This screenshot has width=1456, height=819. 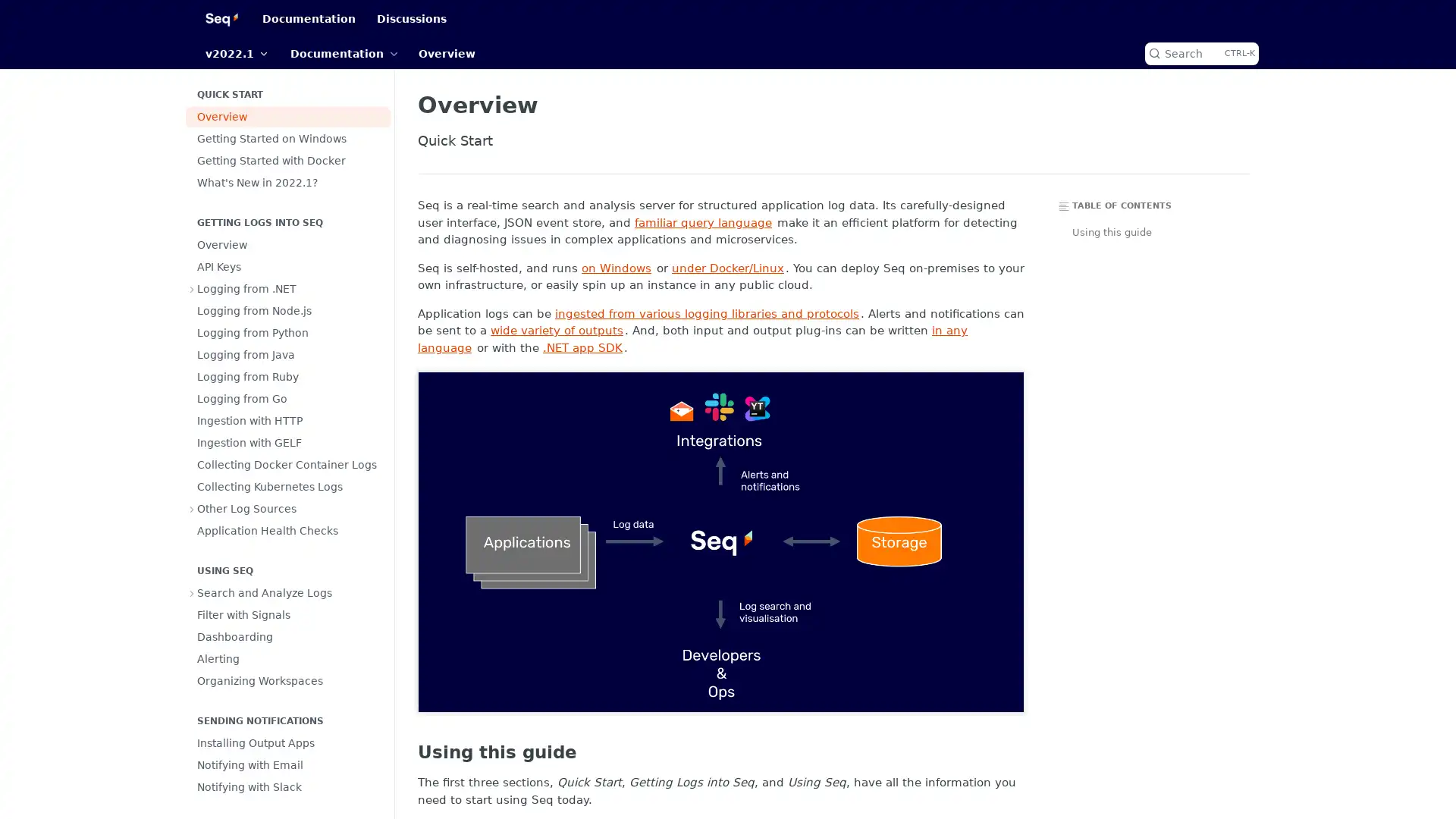 What do you see at coordinates (192, 592) in the screenshot?
I see `Show subpages for Search and Analyze Logs` at bounding box center [192, 592].